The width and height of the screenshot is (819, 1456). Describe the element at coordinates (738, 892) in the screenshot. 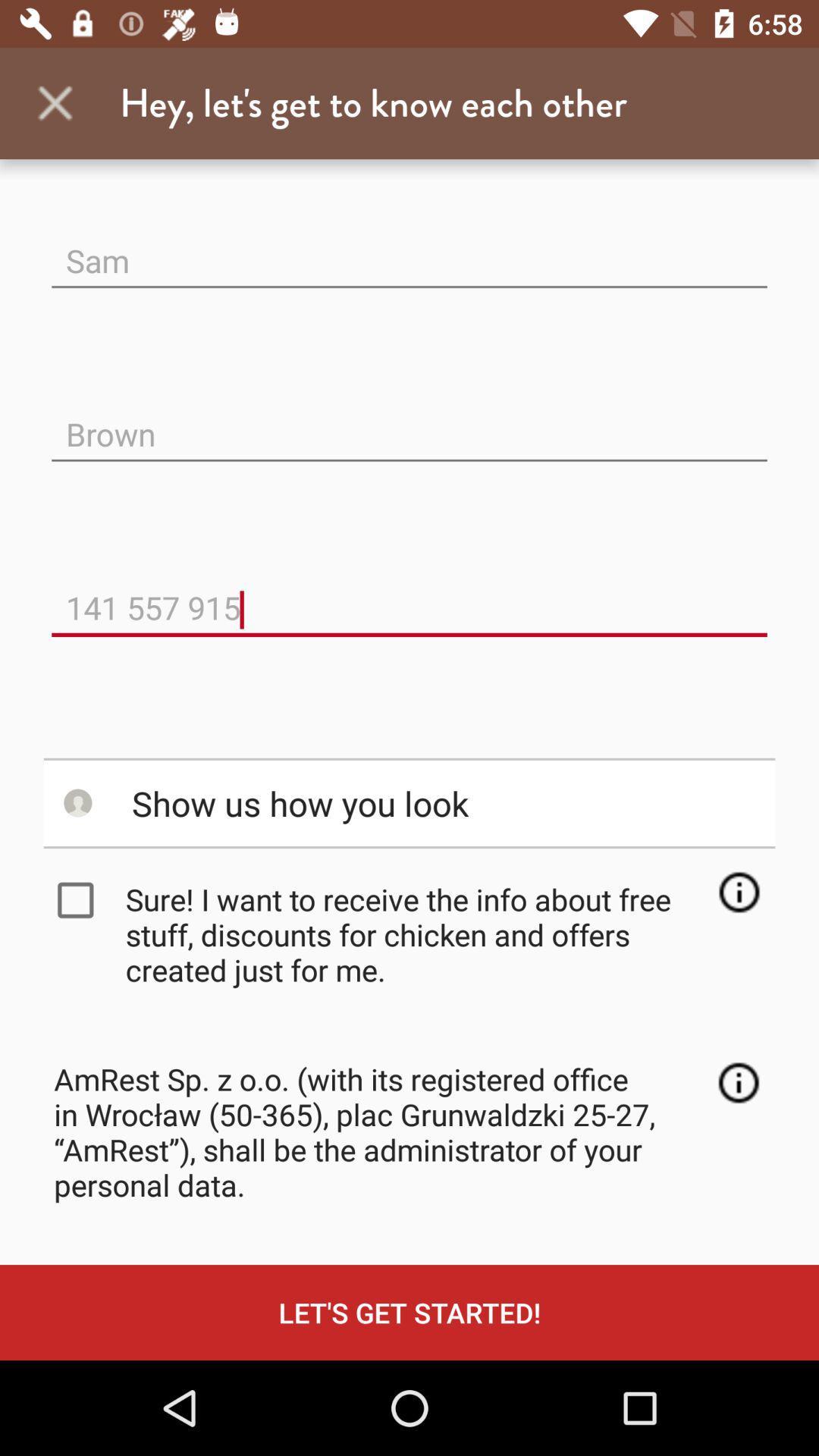

I see `the item to the right of sure i want item` at that location.